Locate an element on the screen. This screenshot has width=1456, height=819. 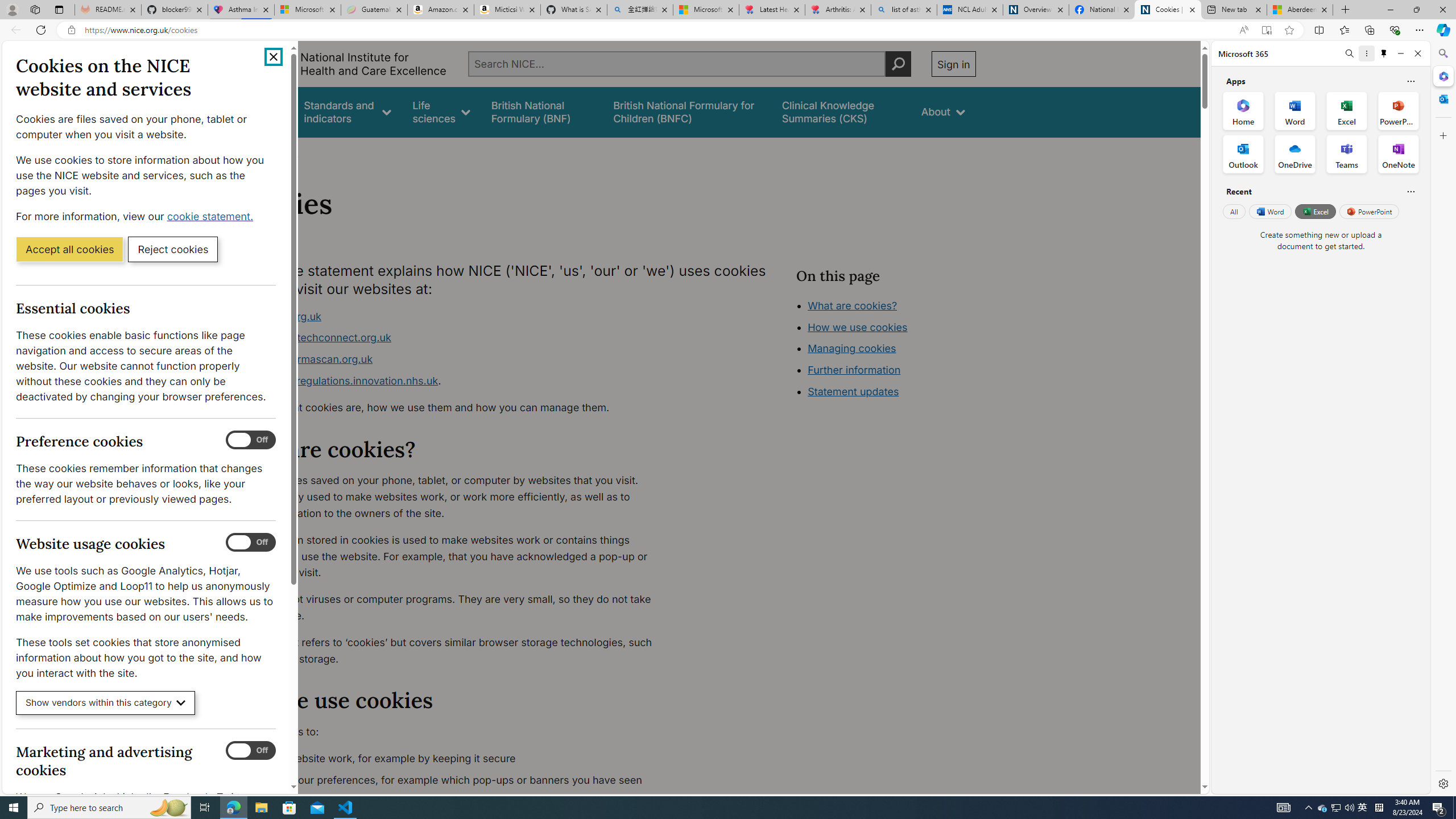
'PowerPoint' is located at coordinates (1368, 211).